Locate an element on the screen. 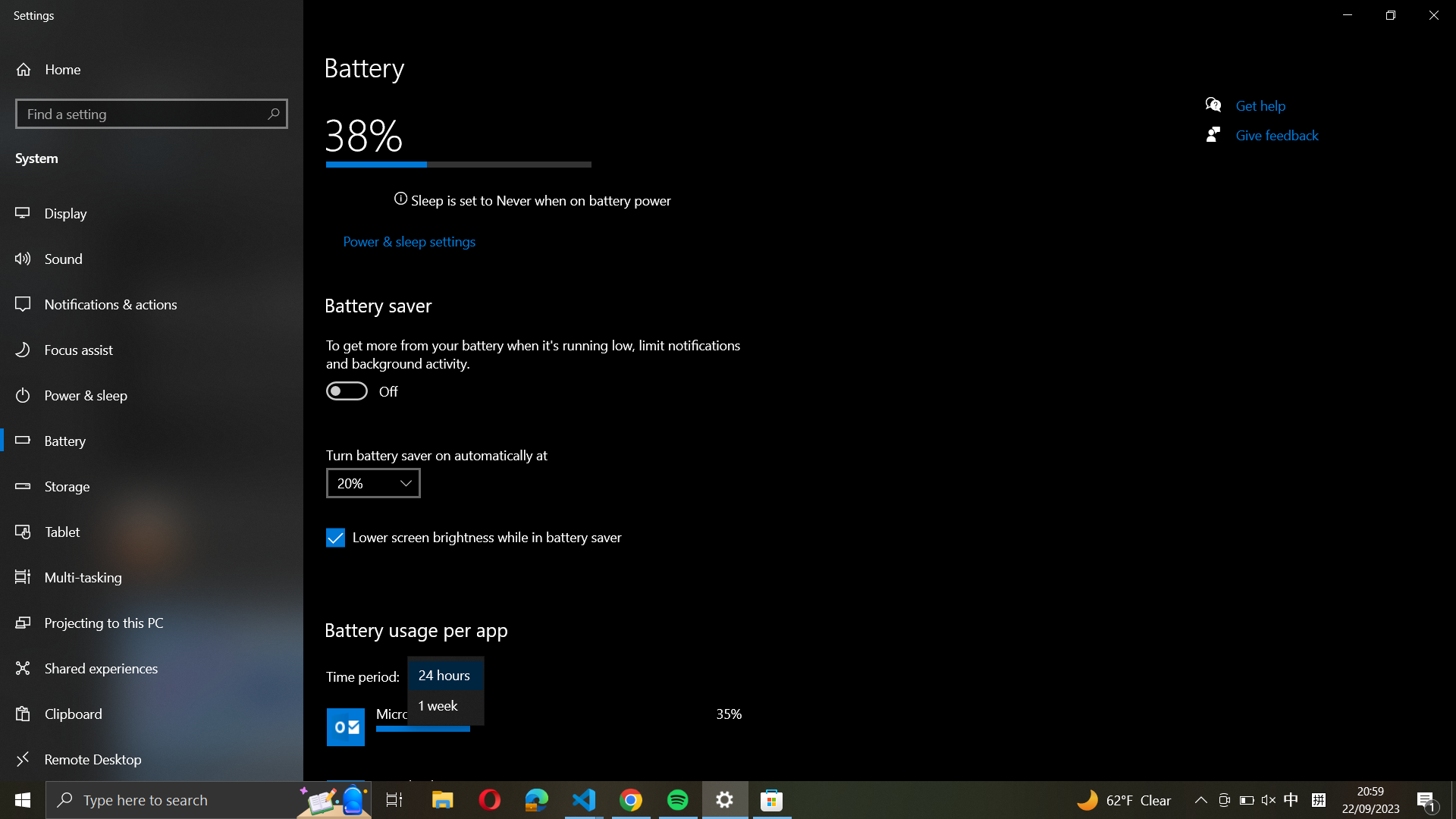 The height and width of the screenshot is (819, 1456). Disable lower screen brightness checkbox while in battery saver is located at coordinates (334, 537).